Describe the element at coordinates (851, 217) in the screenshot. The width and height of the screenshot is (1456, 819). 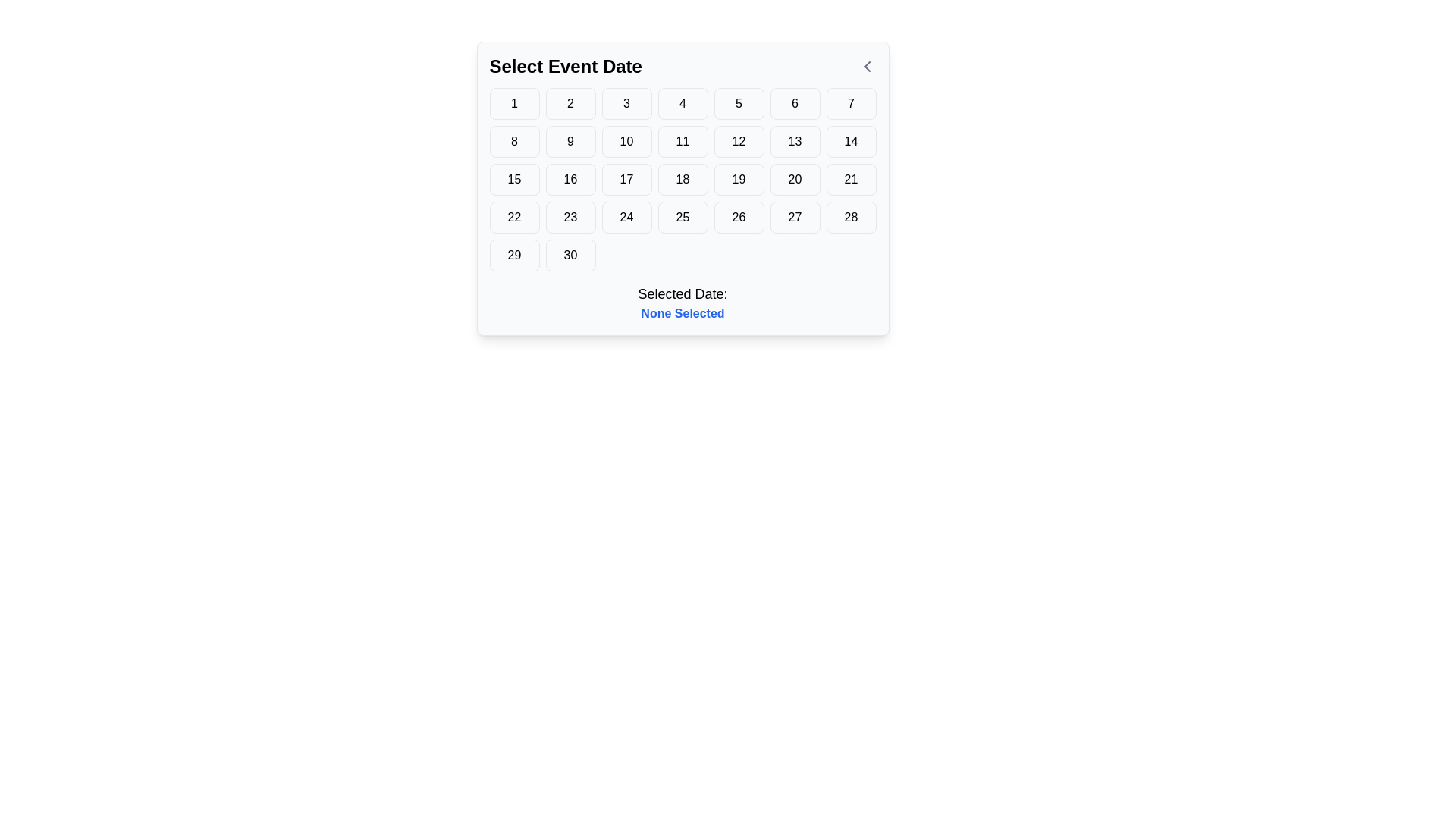
I see `the button labeled '28' which is located in the fourth row and seventh column of a grid of buttons` at that location.